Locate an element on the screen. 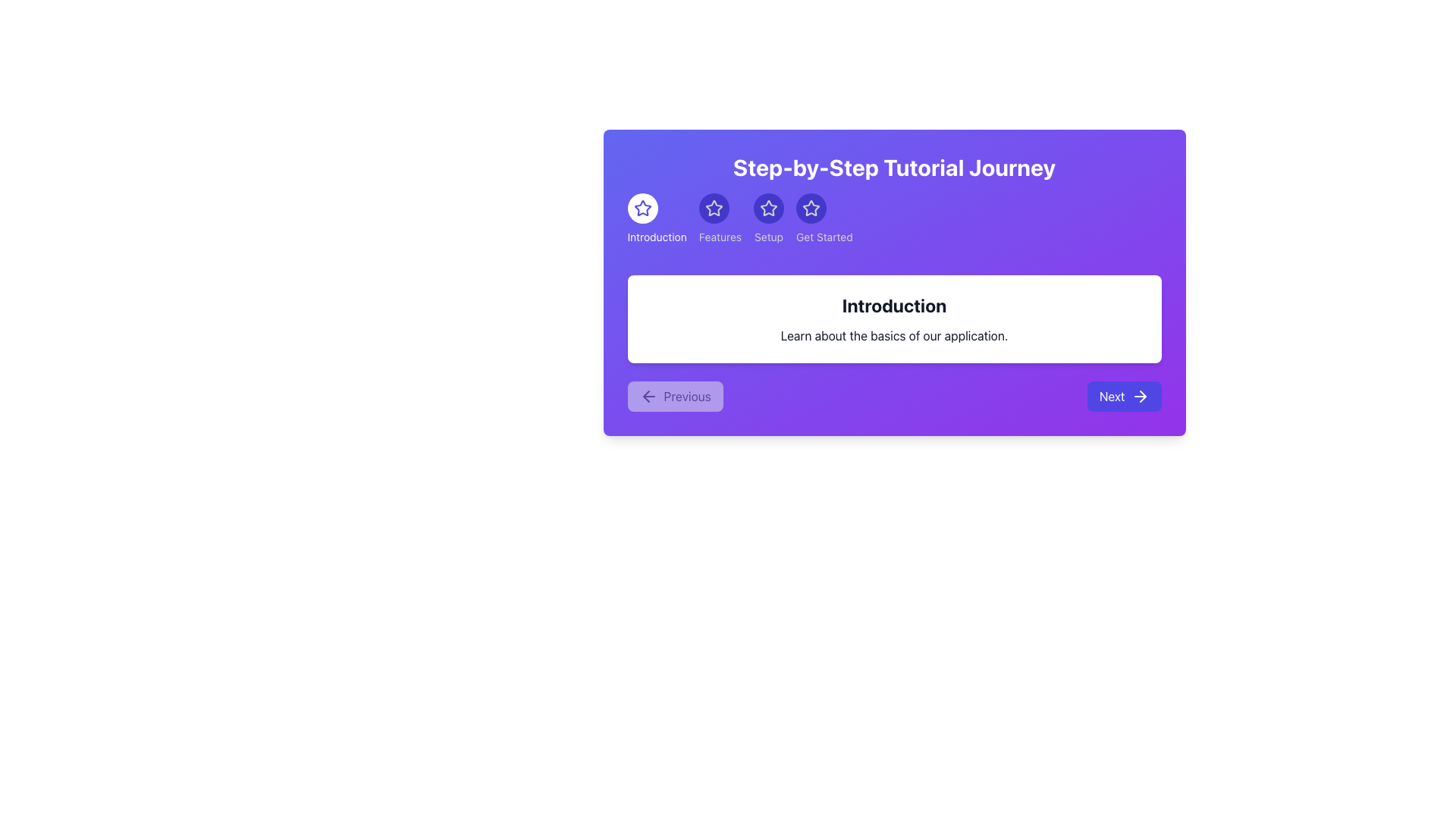 This screenshot has height=819, width=1456. the blue star icon with a white border, which is the second step indicator in the navigation interface, to interact with it is located at coordinates (713, 208).